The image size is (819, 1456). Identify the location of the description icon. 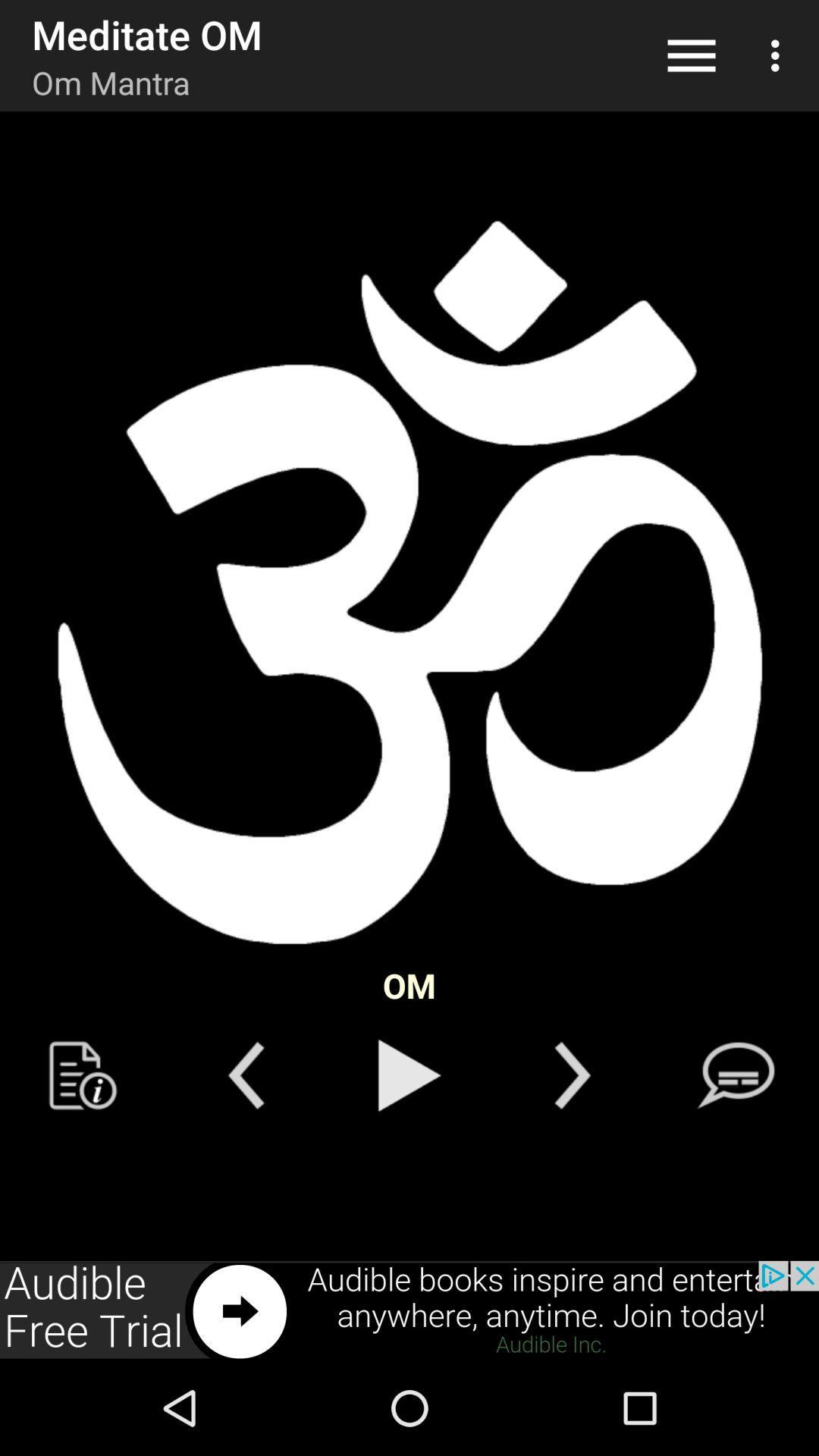
(83, 1075).